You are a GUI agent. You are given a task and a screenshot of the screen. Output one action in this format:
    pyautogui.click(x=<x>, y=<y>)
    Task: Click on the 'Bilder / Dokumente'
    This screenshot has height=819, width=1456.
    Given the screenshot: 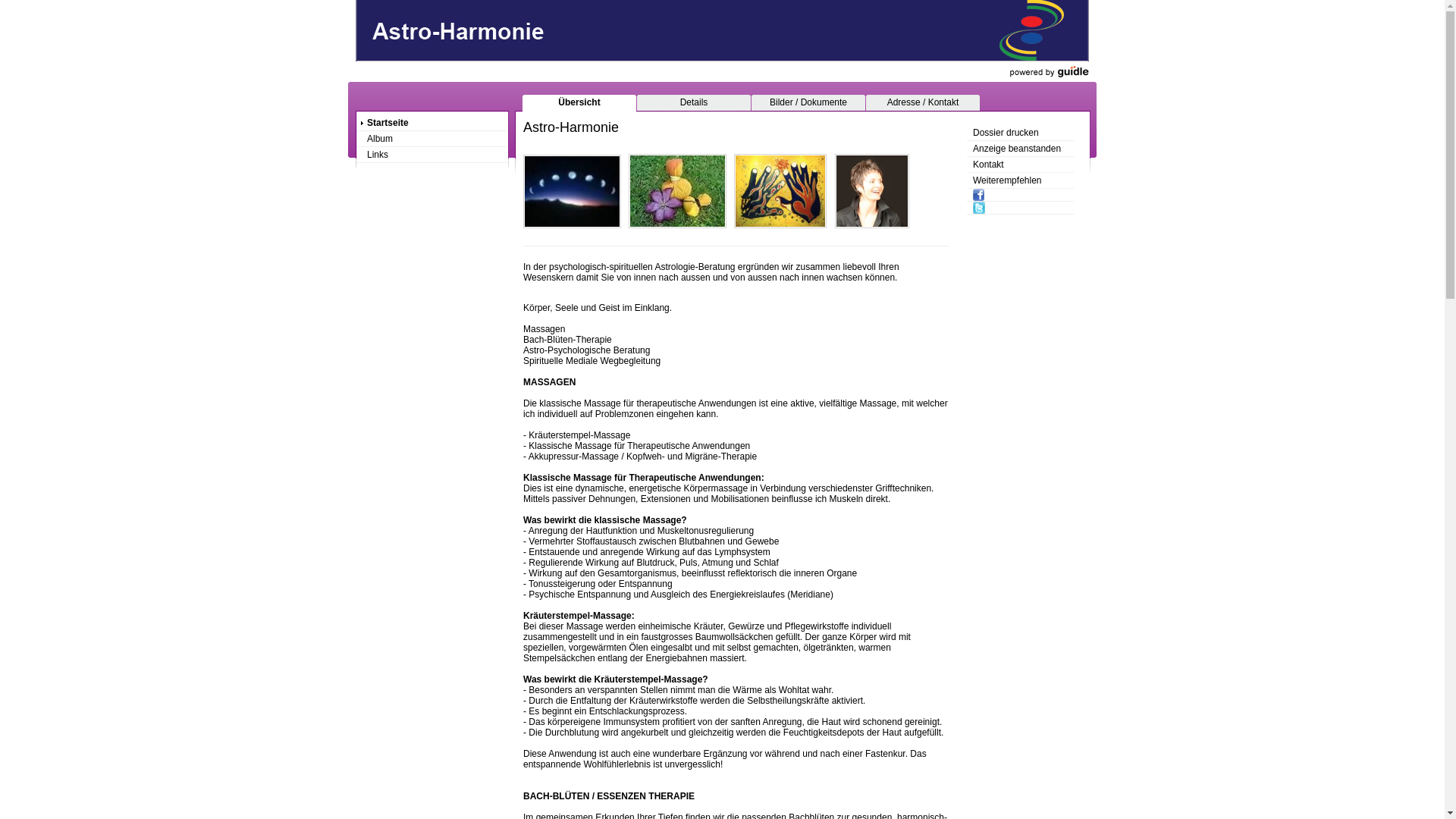 What is the action you would take?
    pyautogui.click(x=807, y=102)
    